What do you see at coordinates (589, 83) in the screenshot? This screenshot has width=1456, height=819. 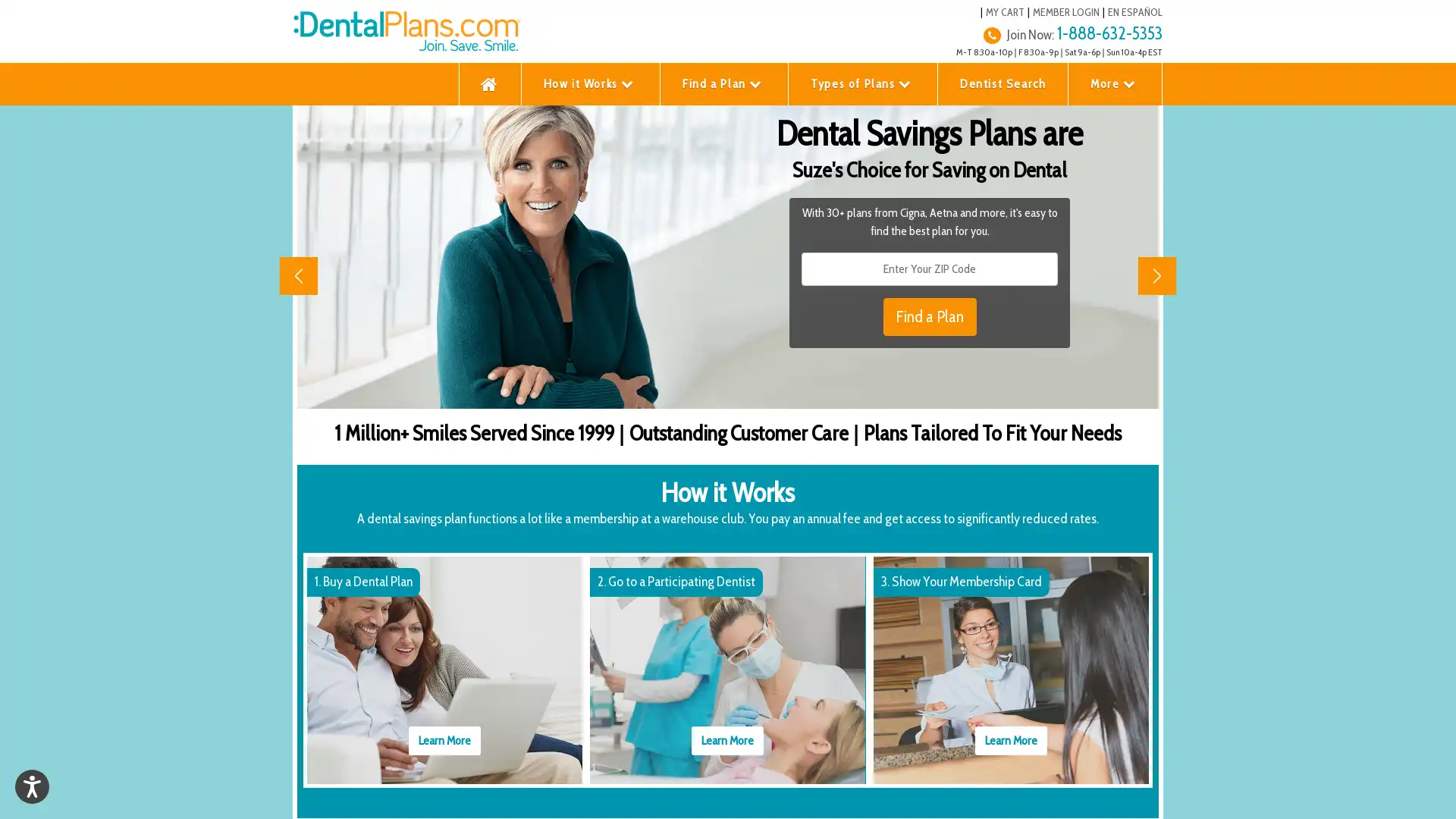 I see `How it Works` at bounding box center [589, 83].